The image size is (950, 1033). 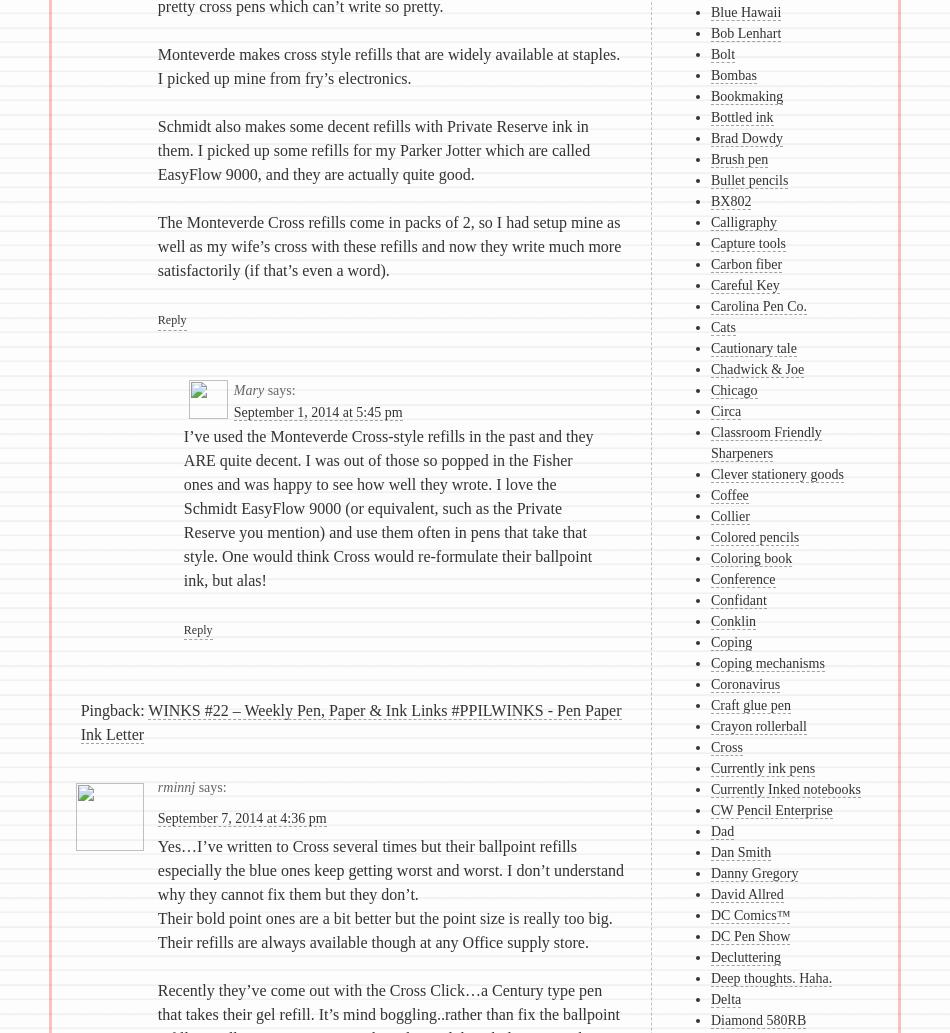 I want to click on 'Dan Smith', so click(x=739, y=852).